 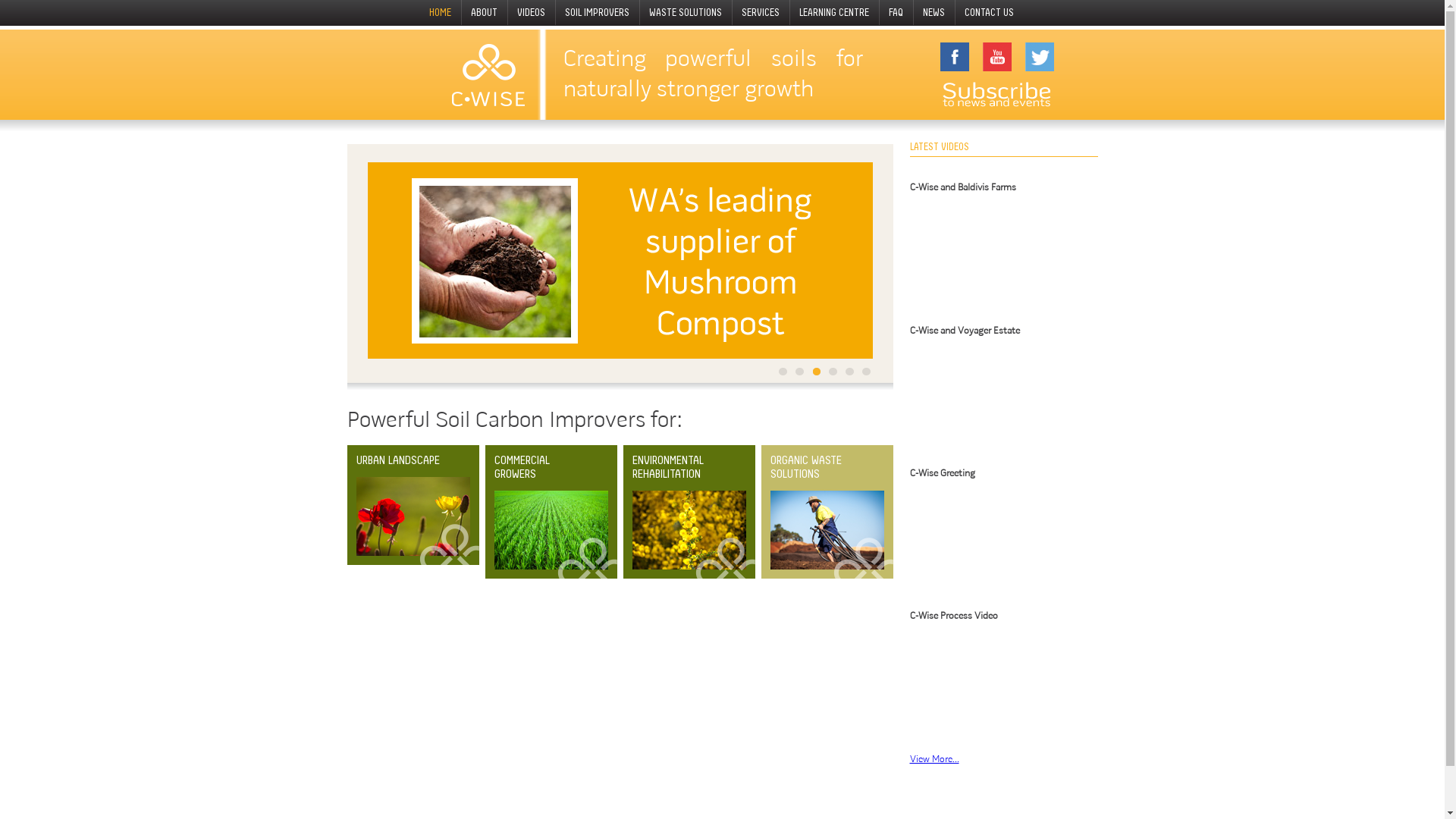 I want to click on 'HOME', so click(x=419, y=12).